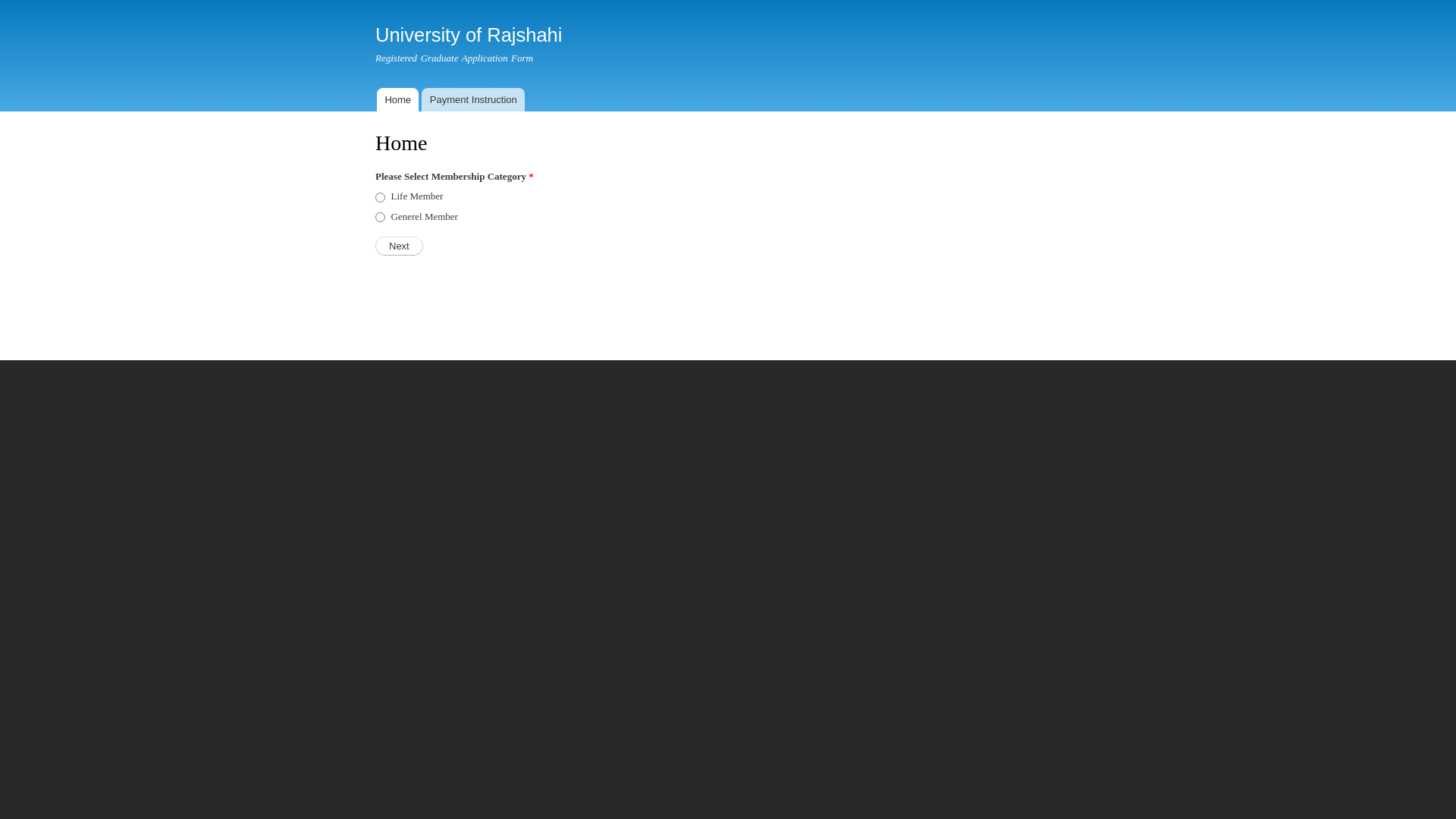  Describe the element at coordinates (468, 34) in the screenshot. I see `'University of Rajshahi'` at that location.